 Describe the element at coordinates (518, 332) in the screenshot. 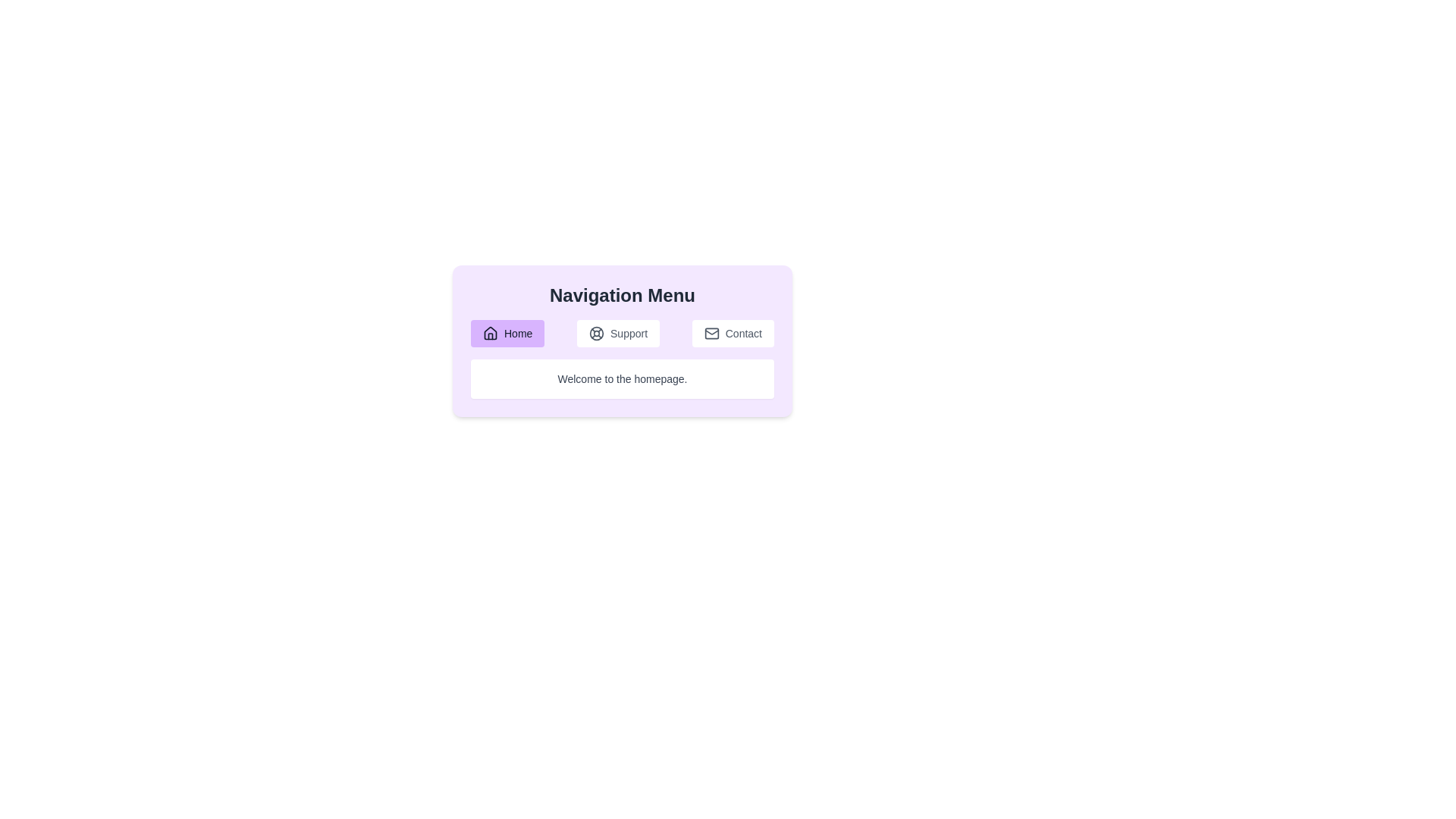

I see `the 'Home' label which is part of a button-like interface with a purple background, located to the right of a house icon, serving as a navigation button` at that location.